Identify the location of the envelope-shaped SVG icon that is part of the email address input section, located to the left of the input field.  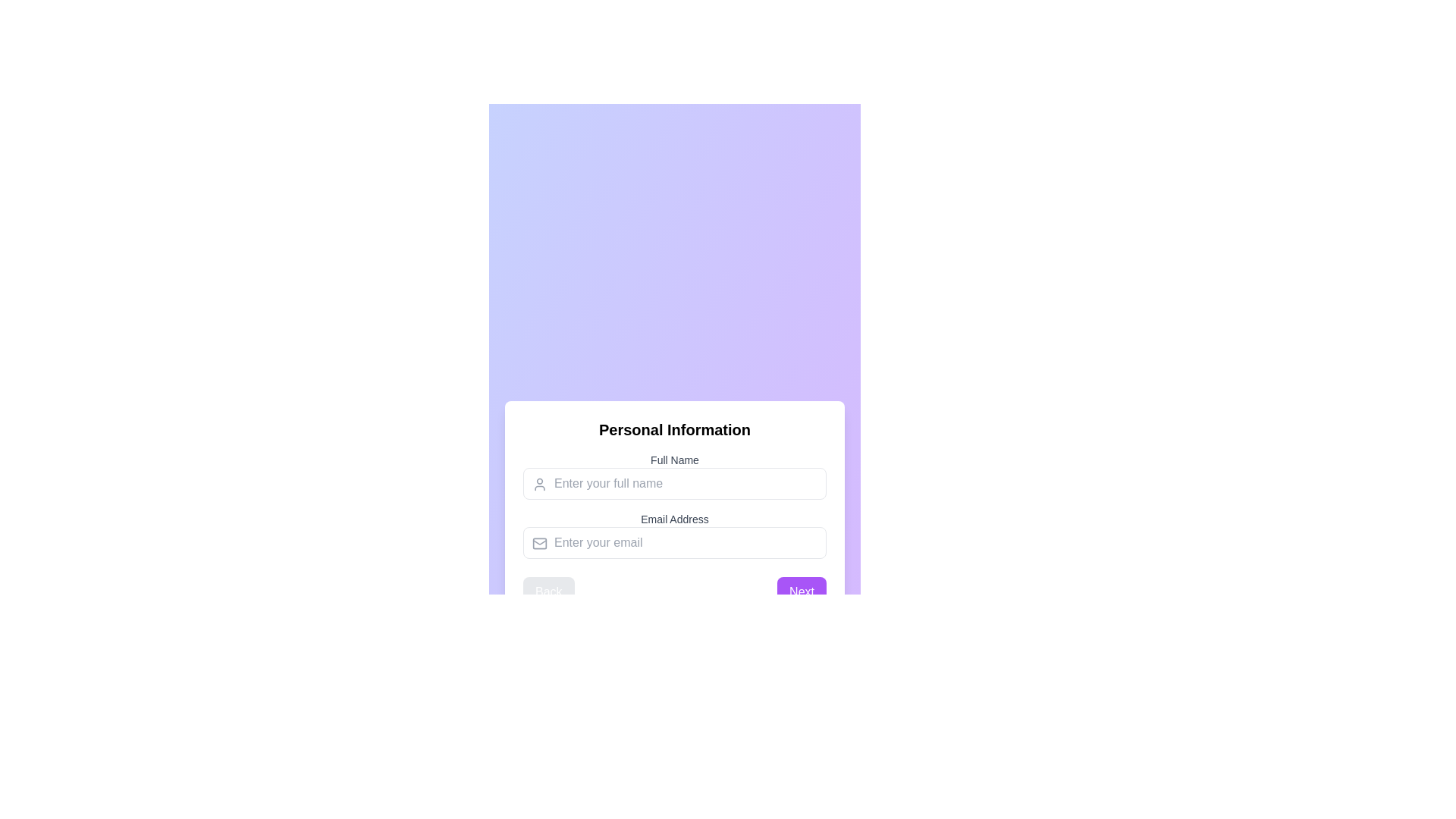
(539, 541).